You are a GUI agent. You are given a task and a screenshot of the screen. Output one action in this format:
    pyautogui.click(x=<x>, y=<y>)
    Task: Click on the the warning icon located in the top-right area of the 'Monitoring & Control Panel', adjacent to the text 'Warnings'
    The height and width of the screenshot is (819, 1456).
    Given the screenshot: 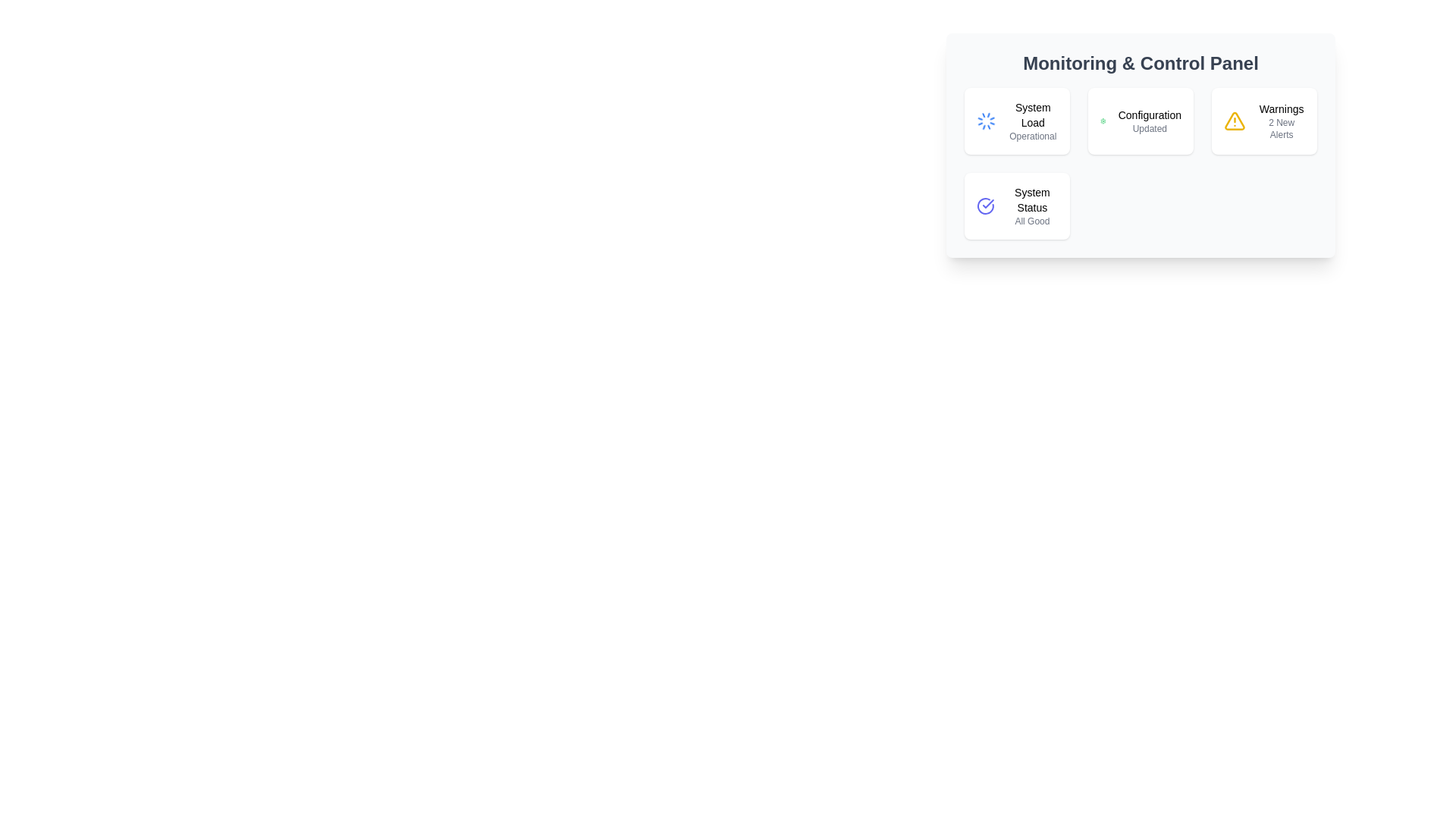 What is the action you would take?
    pyautogui.click(x=1235, y=120)
    